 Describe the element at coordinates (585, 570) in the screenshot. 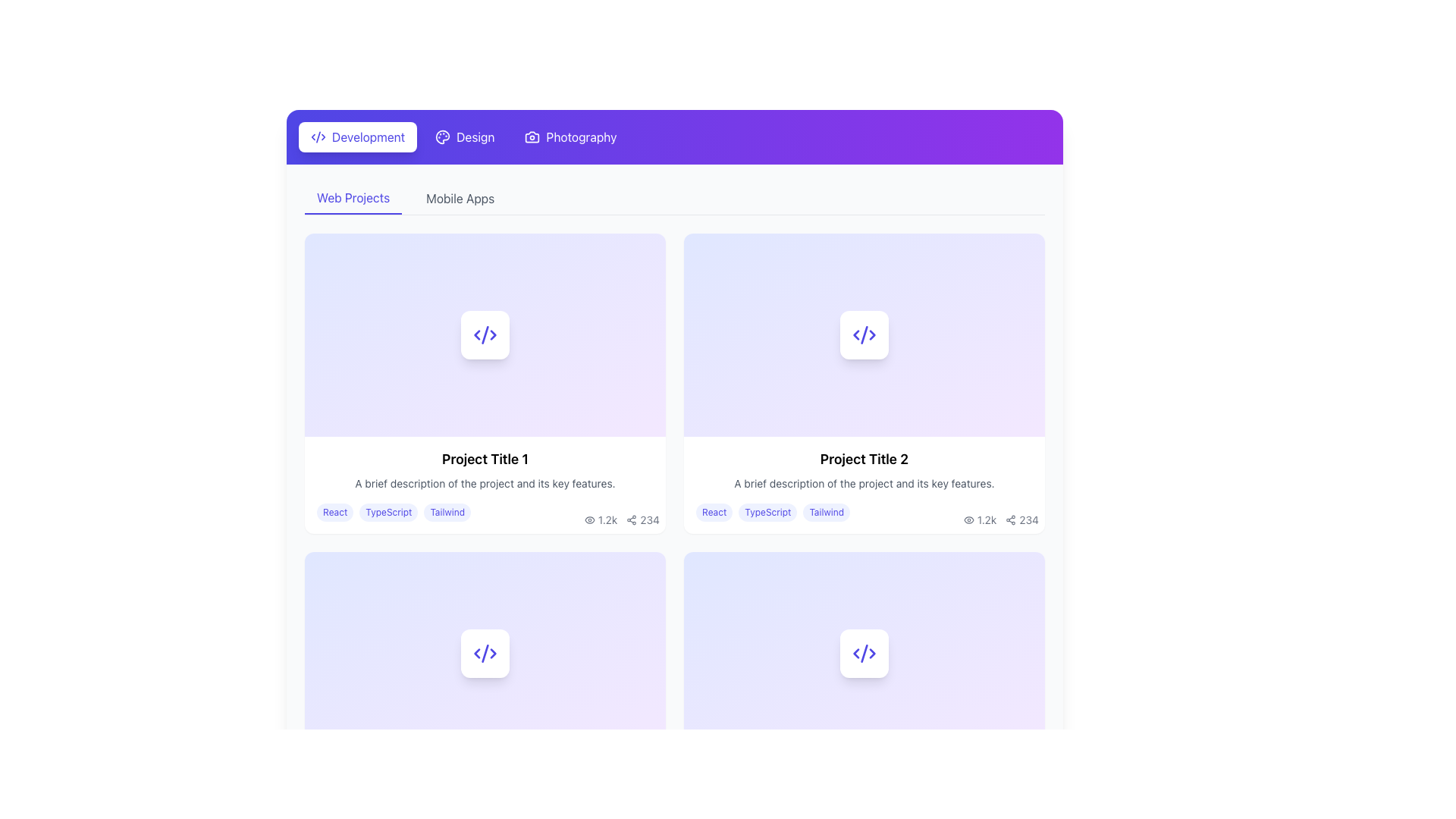

I see `the circular button with a white background that shows a hover effect when the mouse is over it, located in the bottom row of a grid layout as the leftmost button in a group of three` at that location.